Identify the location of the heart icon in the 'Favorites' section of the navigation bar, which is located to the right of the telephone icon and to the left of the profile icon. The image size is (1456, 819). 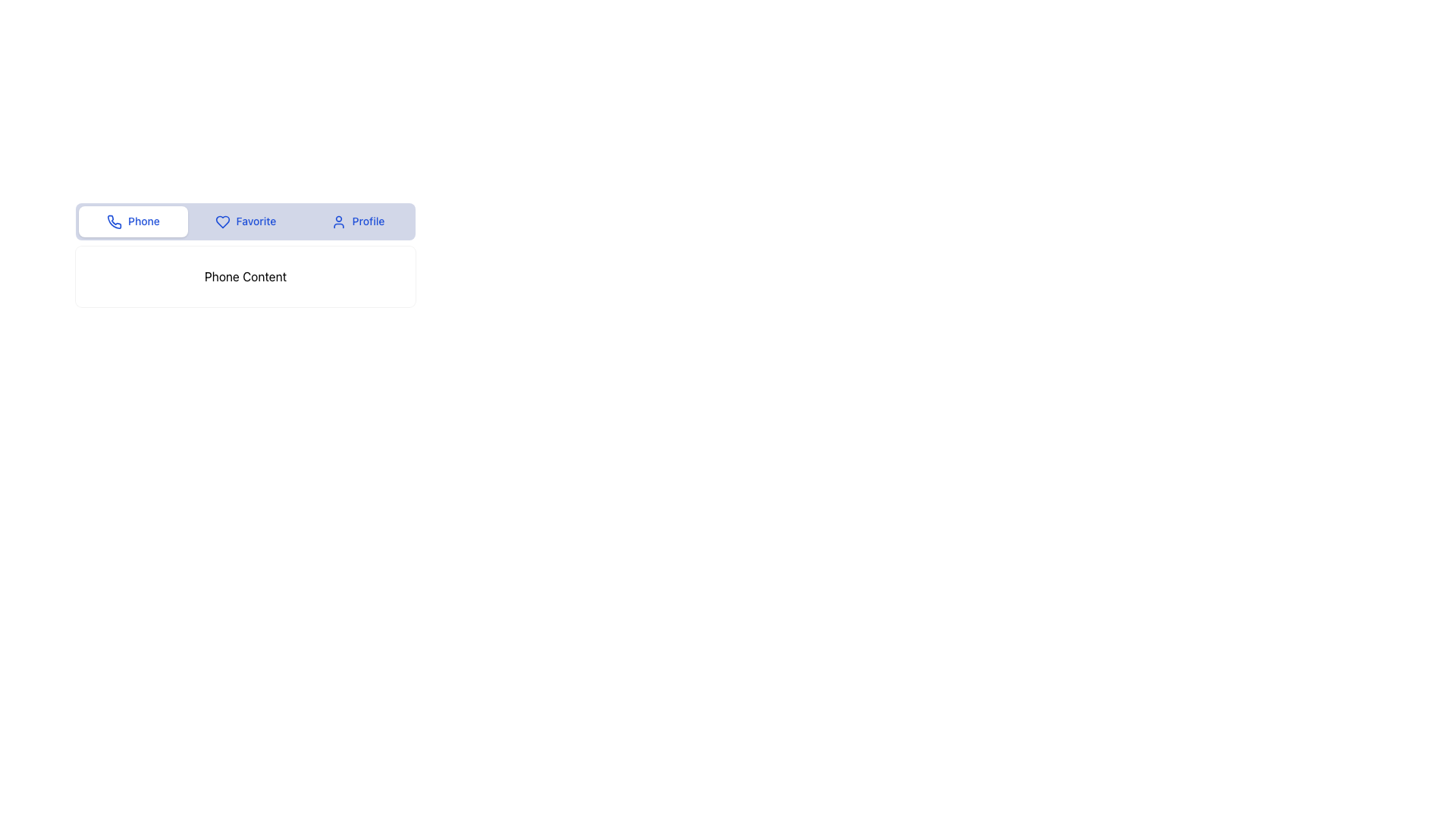
(221, 222).